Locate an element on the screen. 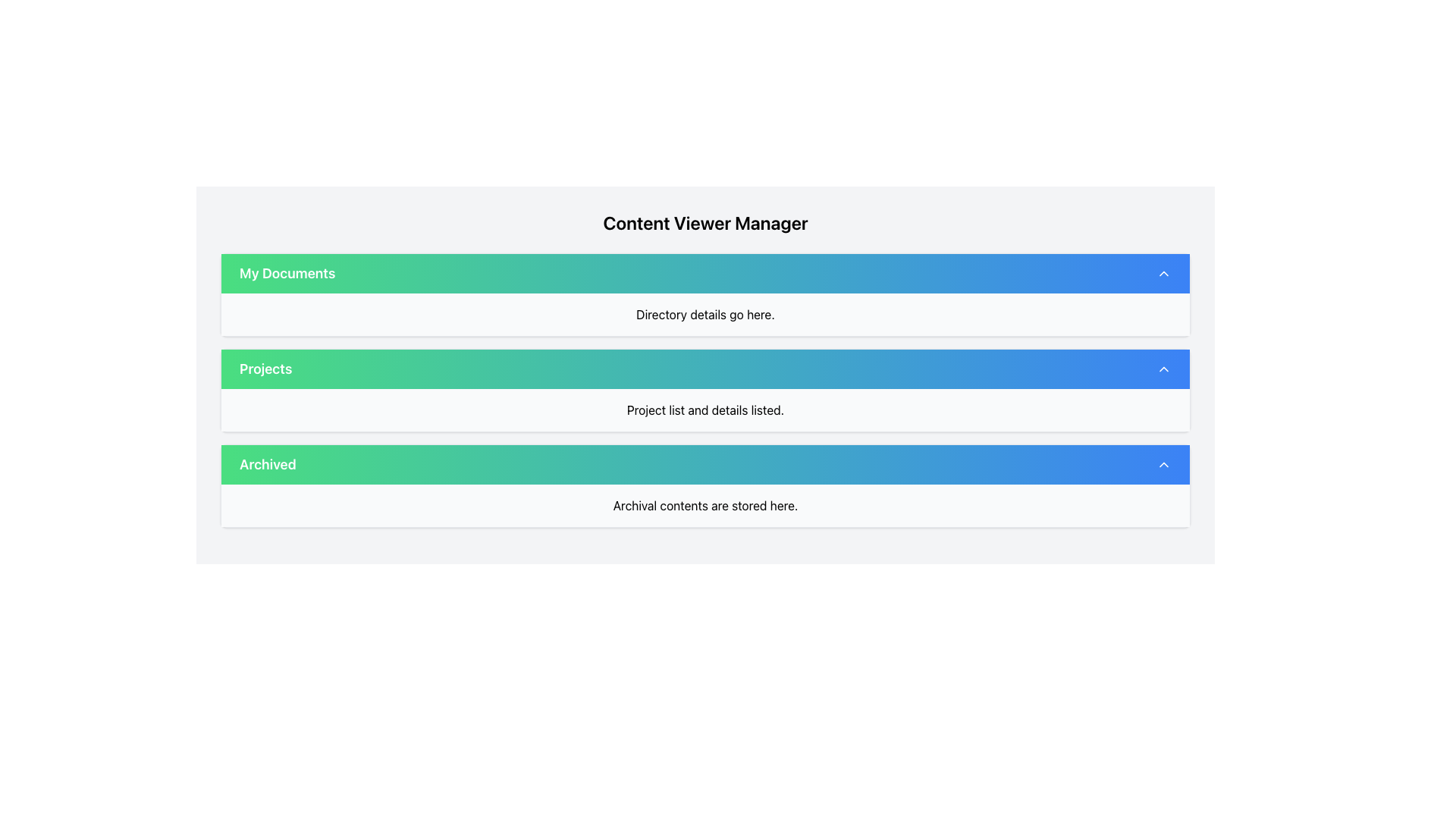 Image resolution: width=1456 pixels, height=819 pixels. the informational text section that contains the message 'Archival contents are stored here.' This section is located beneath the 'Archived' header and has a light gray background is located at coordinates (704, 506).